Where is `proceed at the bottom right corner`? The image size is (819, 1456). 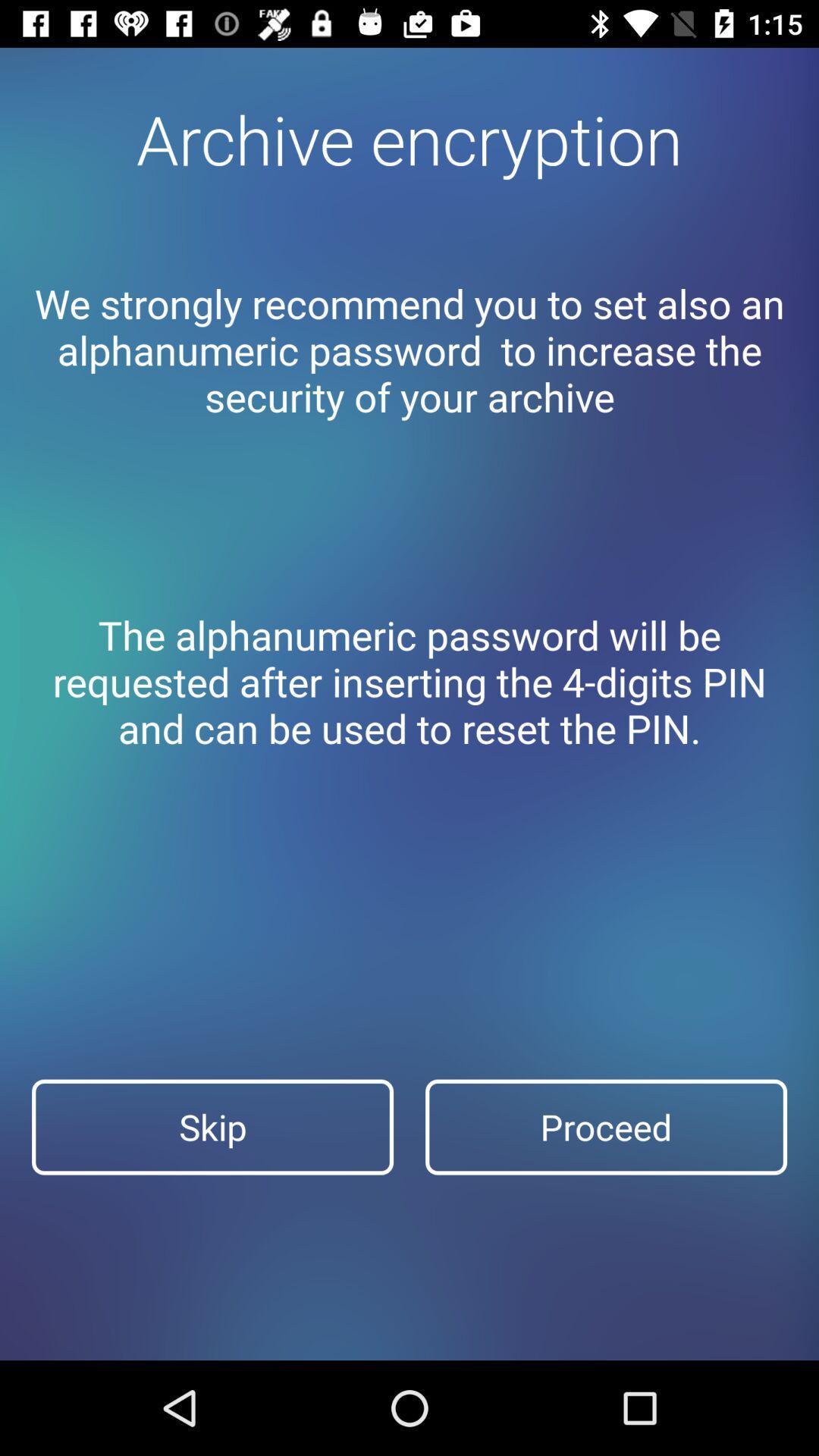 proceed at the bottom right corner is located at coordinates (605, 1127).